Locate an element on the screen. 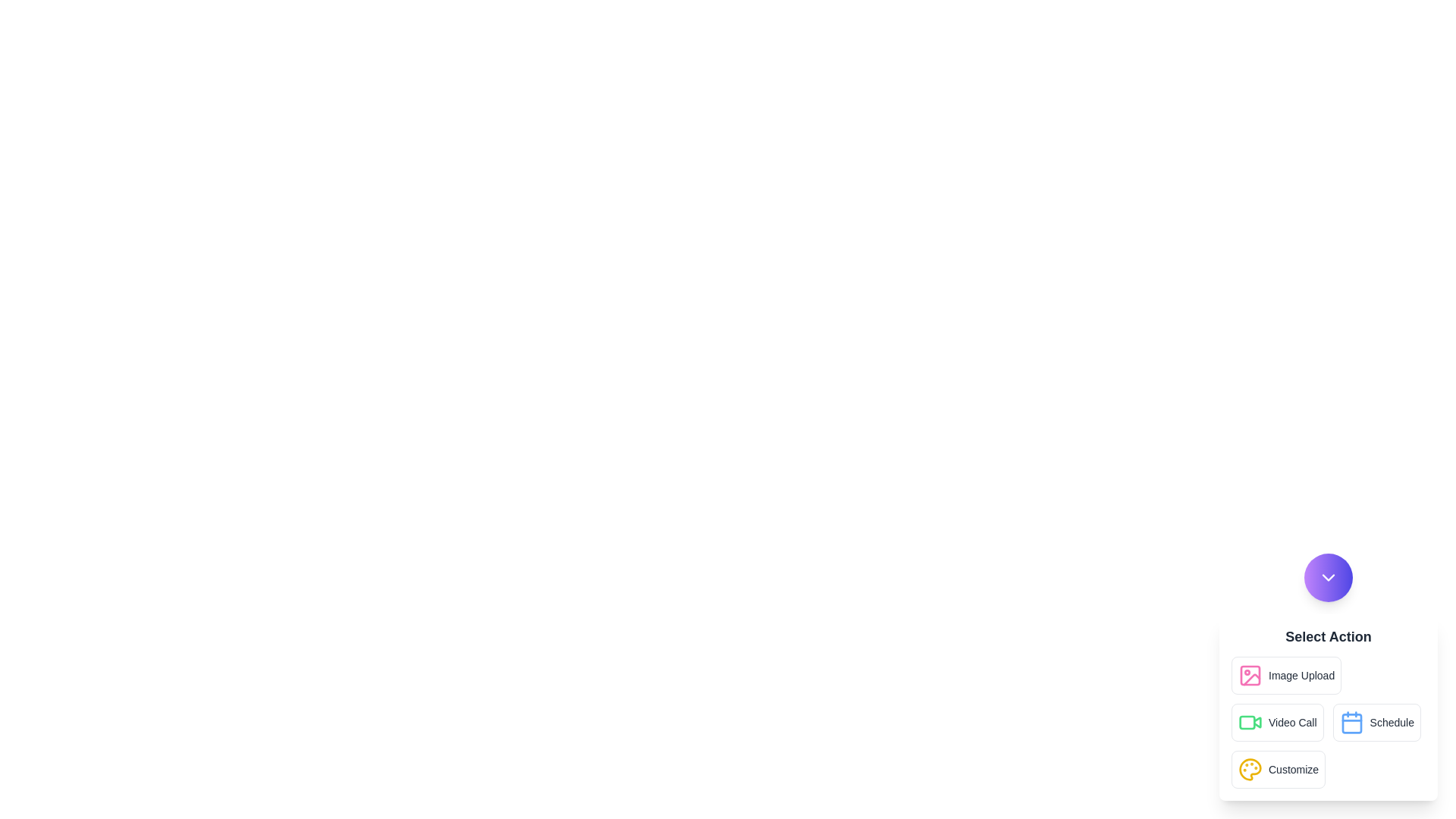 The width and height of the screenshot is (1456, 819). the 'Schedule' icon is located at coordinates (1351, 721).